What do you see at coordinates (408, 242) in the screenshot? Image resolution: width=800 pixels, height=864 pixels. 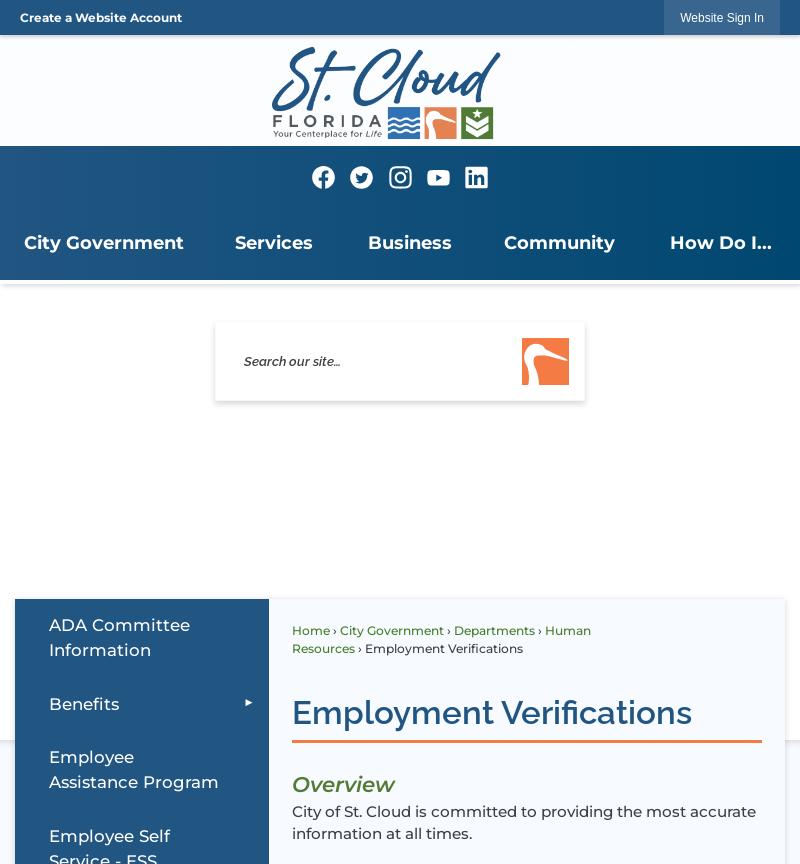 I see `'Business'` at bounding box center [408, 242].